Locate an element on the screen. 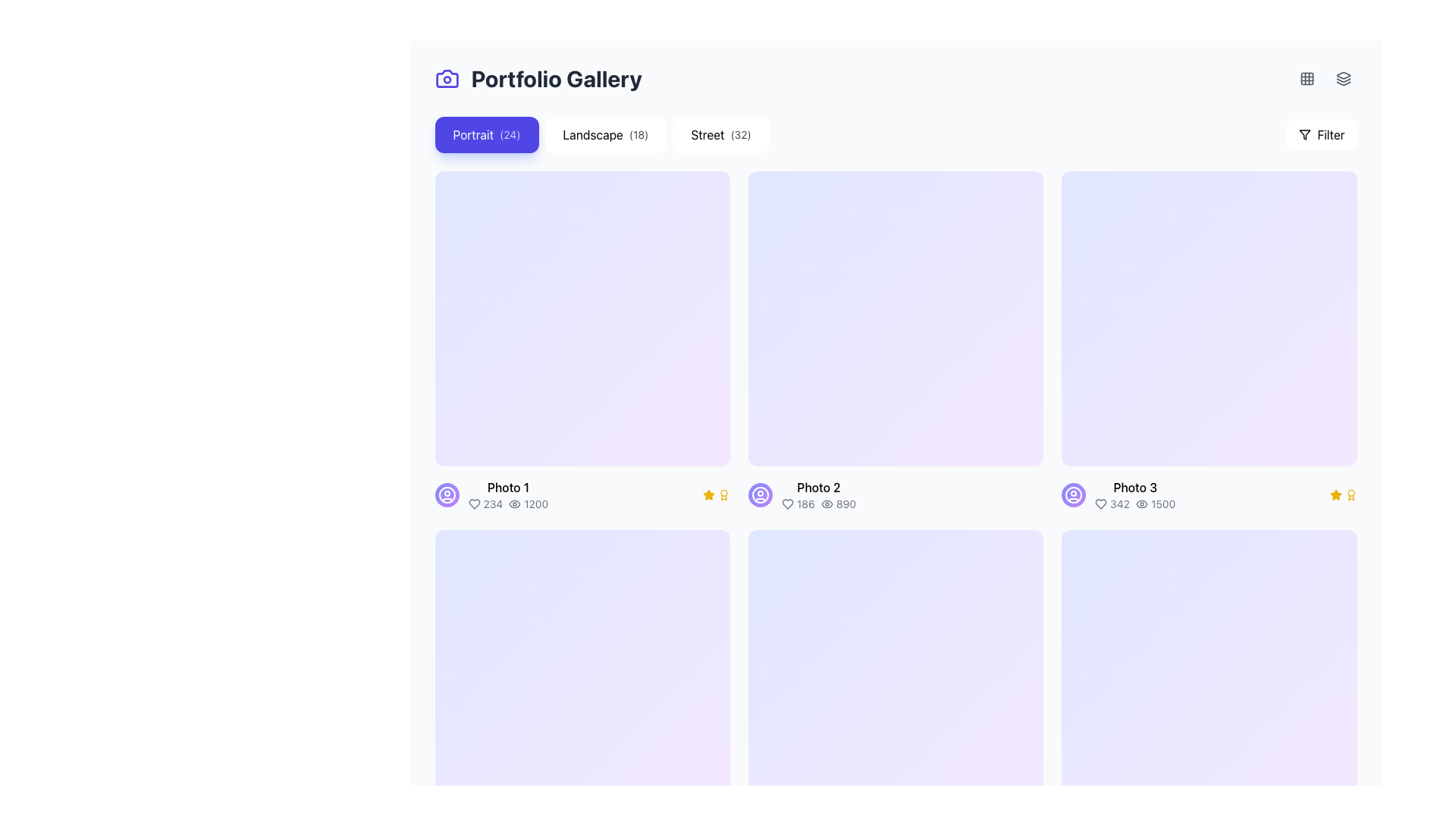 The height and width of the screenshot is (819, 1456). number displayed in the view counter text element located under the thumbnail labeled 'Photo 1', which is the second indicator from the right, adjacent to the left of the yellow star icon is located at coordinates (529, 504).